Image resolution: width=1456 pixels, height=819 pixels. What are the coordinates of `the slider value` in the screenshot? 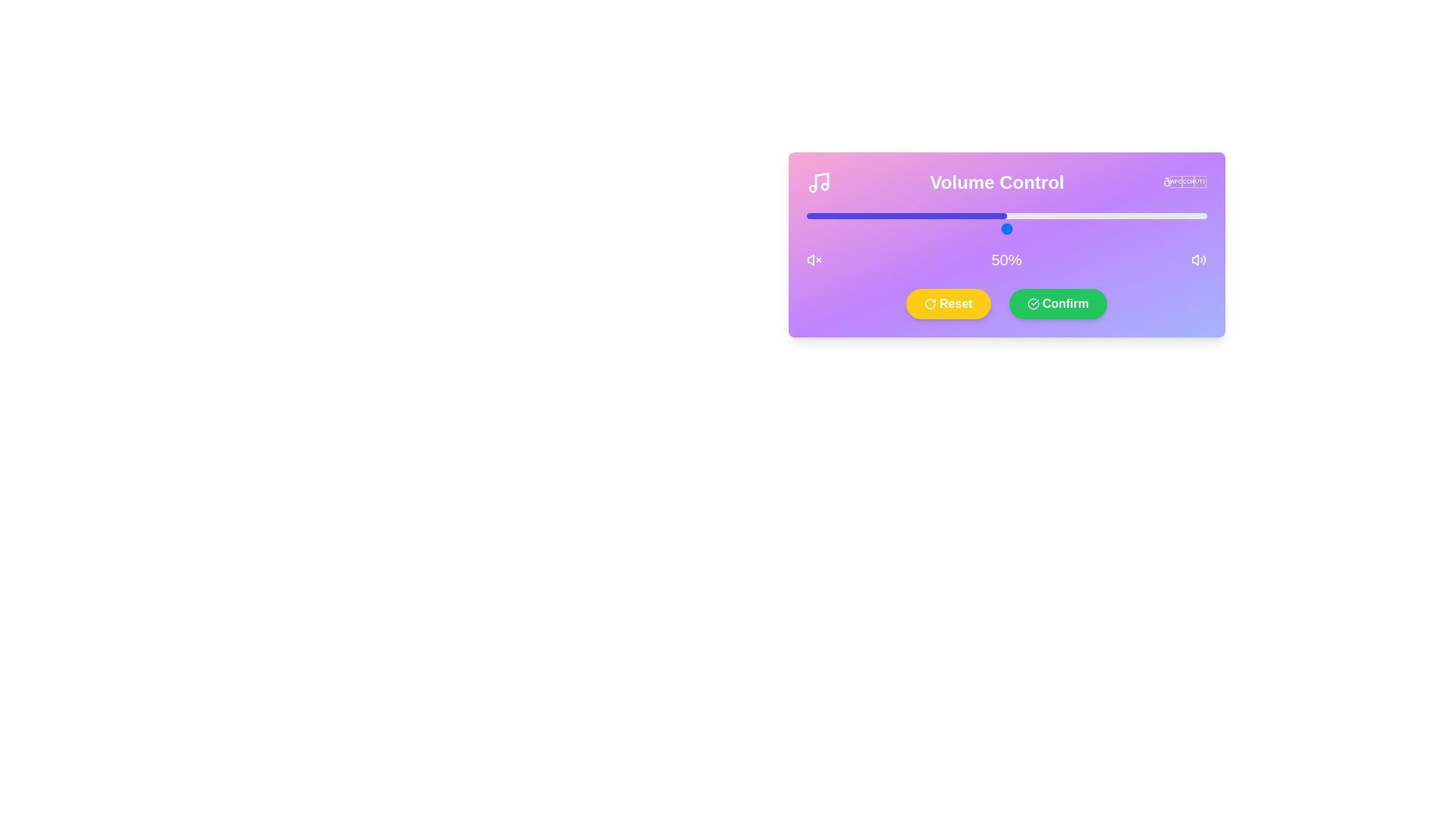 It's located at (1015, 216).